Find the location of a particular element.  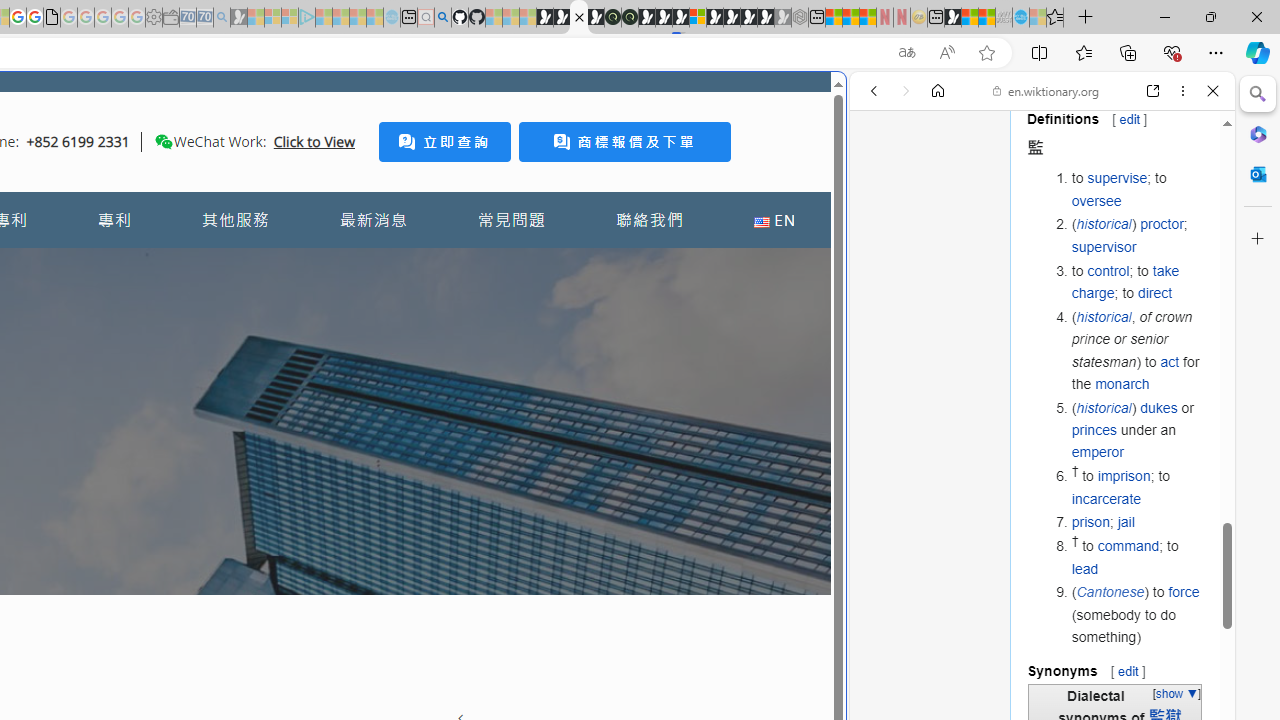

'Future Focus Report 2024' is located at coordinates (628, 17).